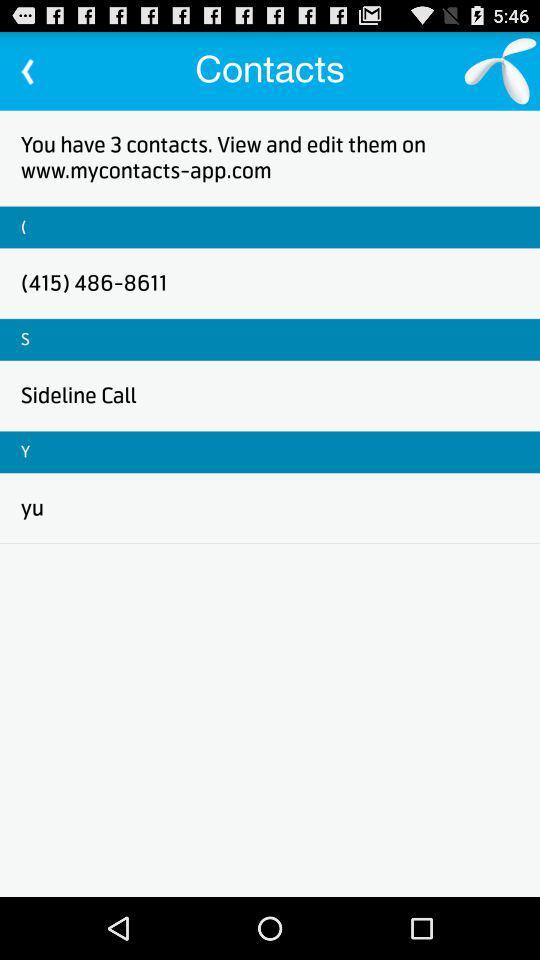  I want to click on s, so click(24, 339).